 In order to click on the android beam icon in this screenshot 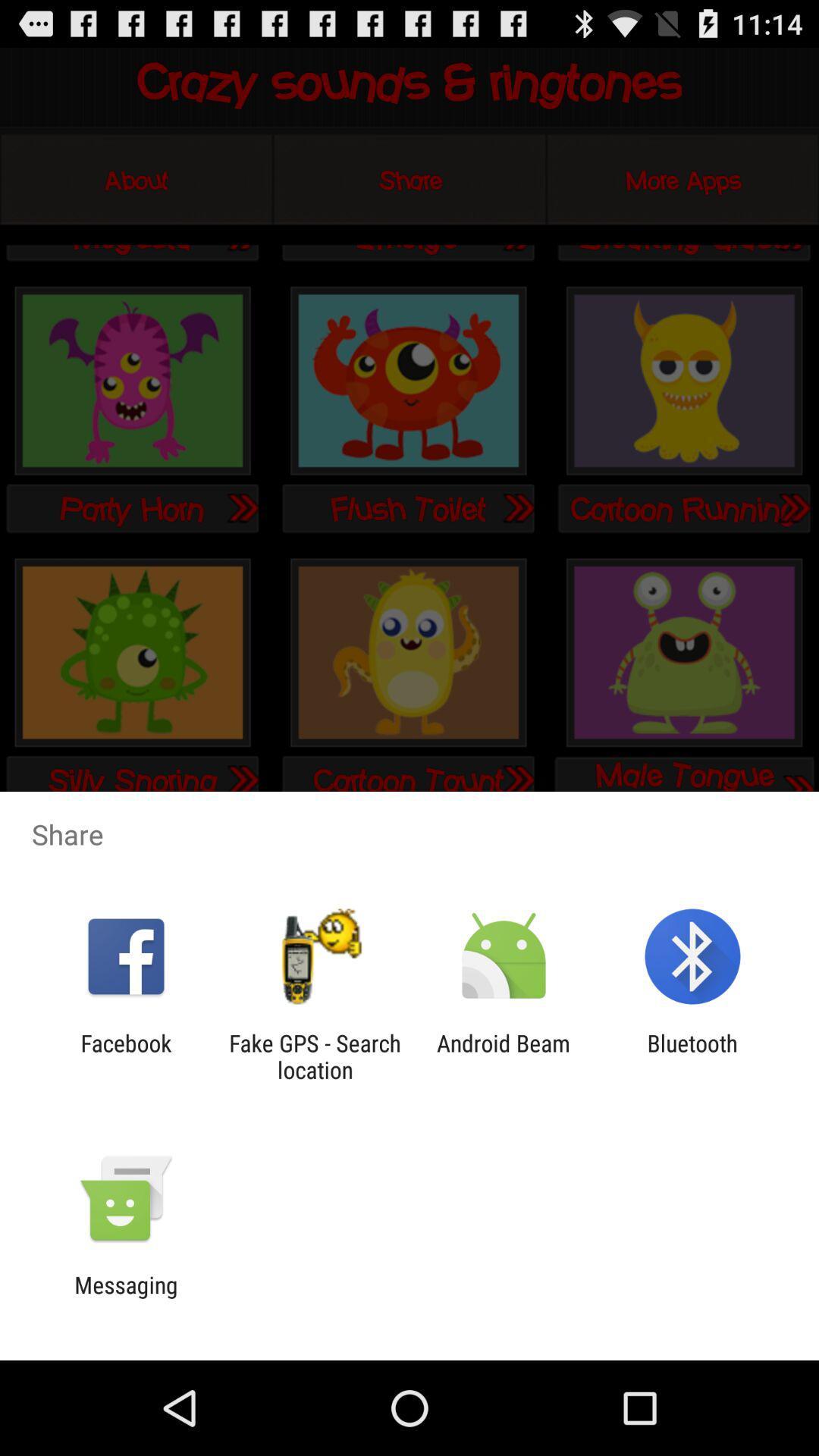, I will do `click(504, 1056)`.